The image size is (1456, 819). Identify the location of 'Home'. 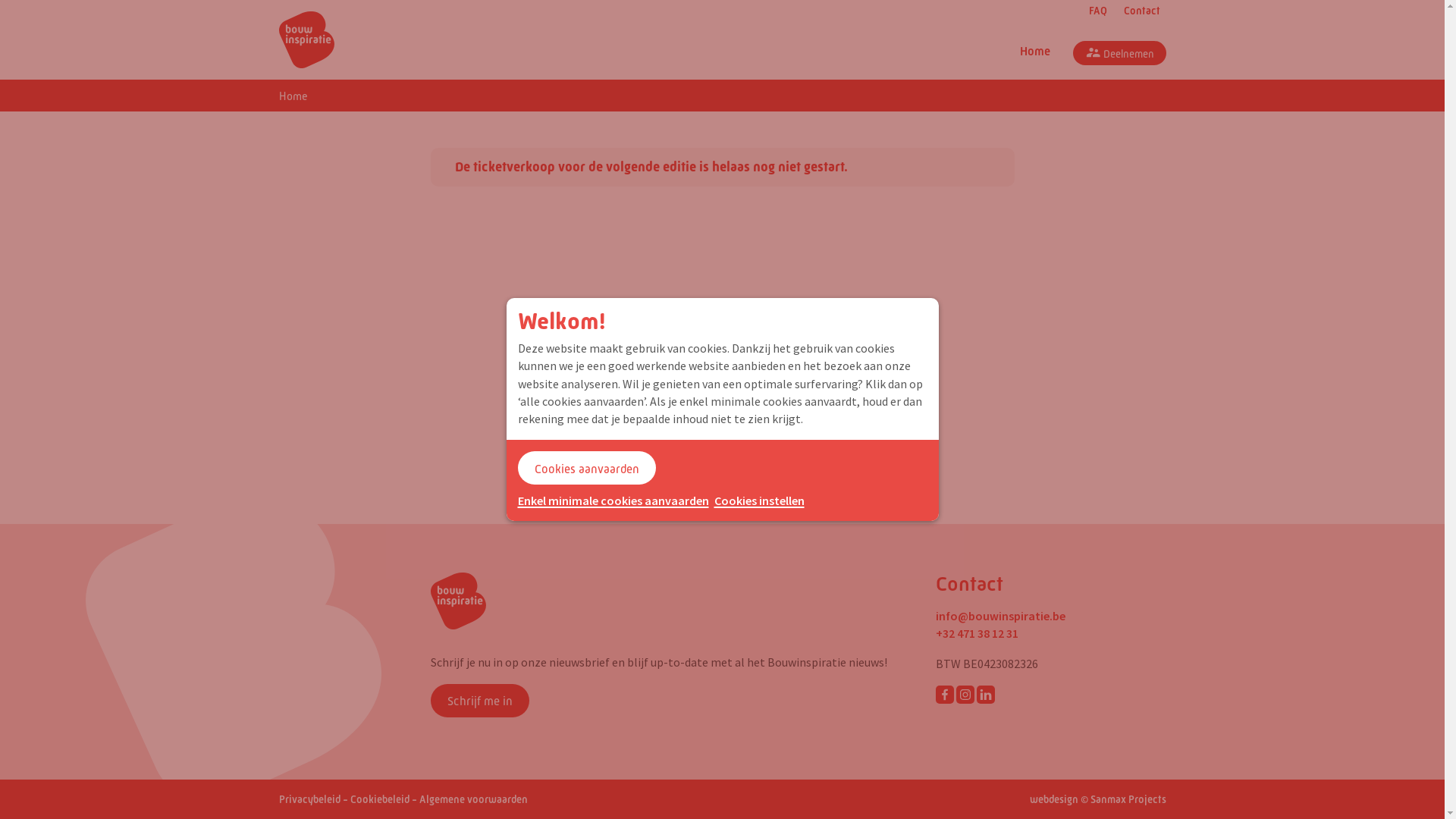
(279, 96).